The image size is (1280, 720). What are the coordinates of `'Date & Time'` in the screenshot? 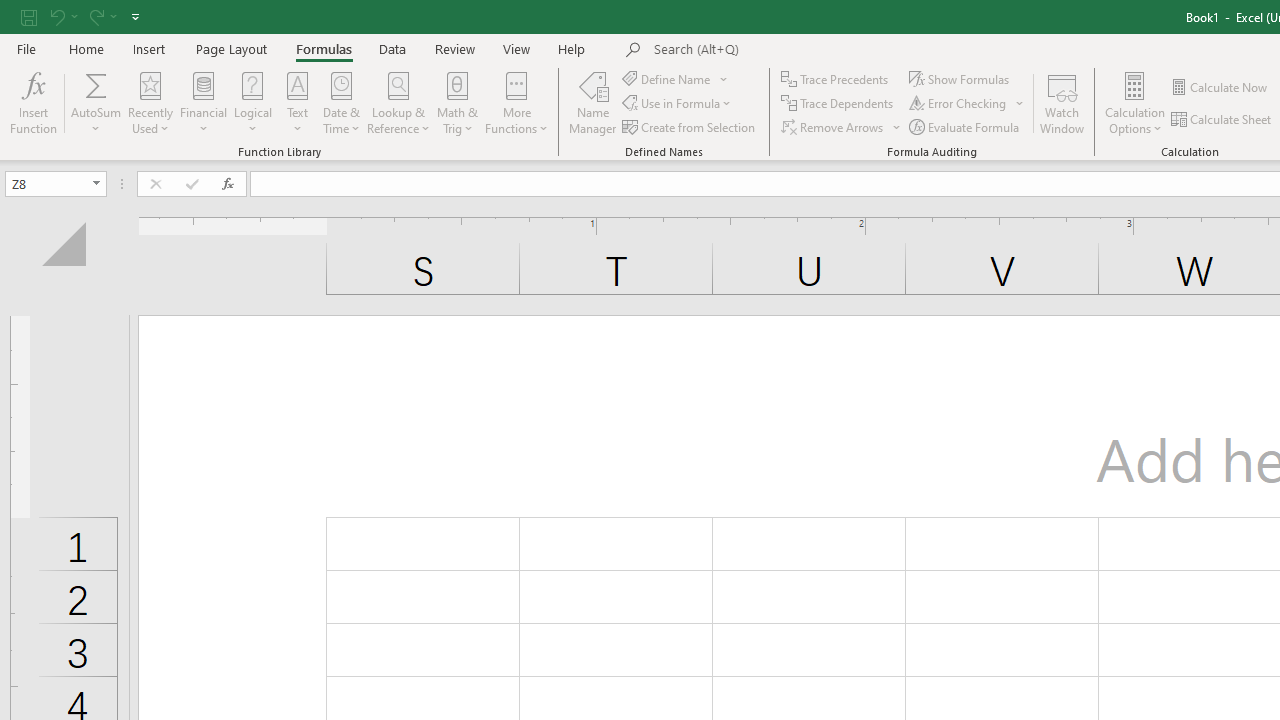 It's located at (342, 103).